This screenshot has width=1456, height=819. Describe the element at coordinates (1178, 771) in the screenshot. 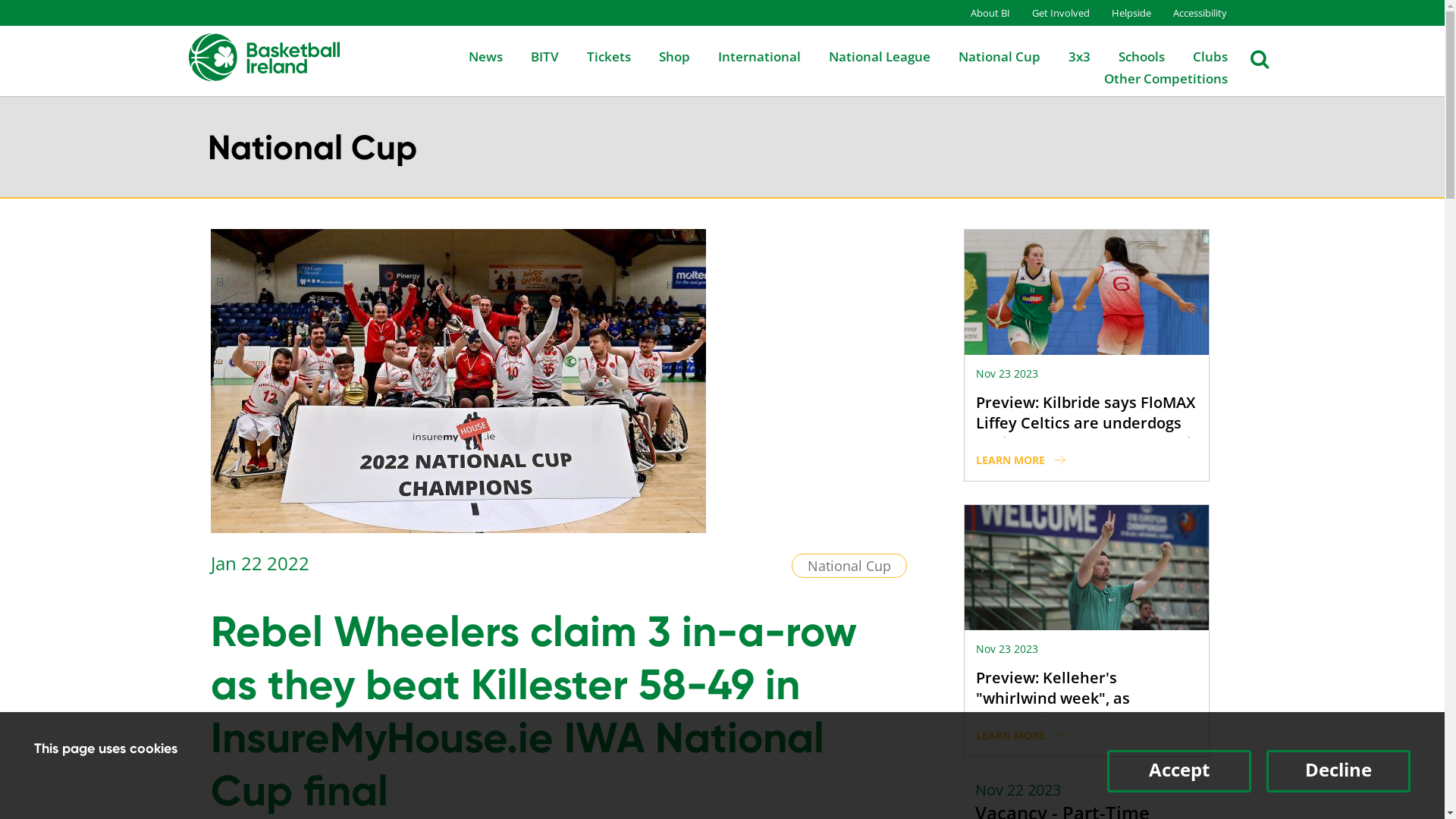

I see `'Accept'` at that location.